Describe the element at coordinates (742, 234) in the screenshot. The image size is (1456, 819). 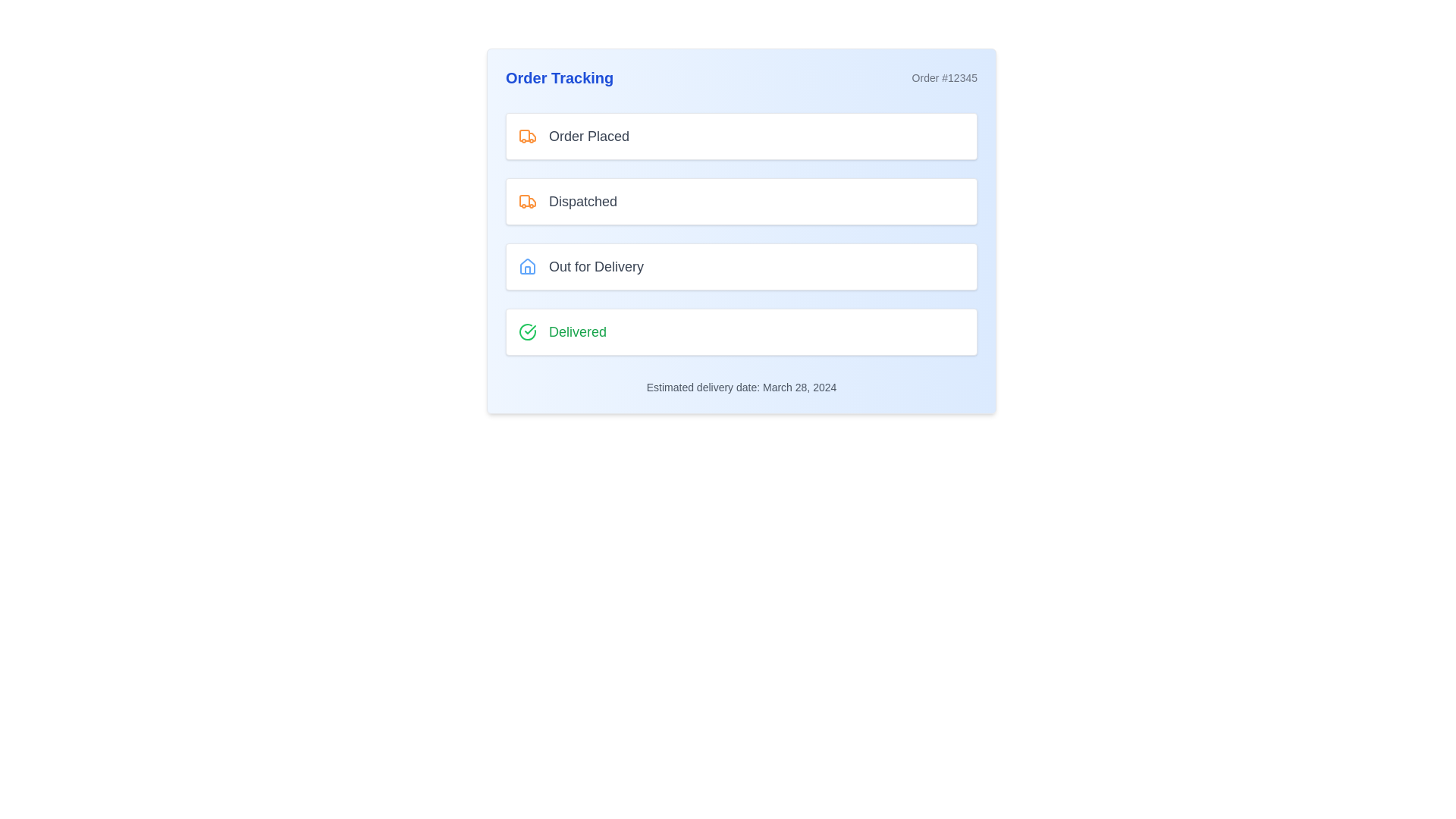
I see `the central progress tracker segmented into four distinct stages` at that location.